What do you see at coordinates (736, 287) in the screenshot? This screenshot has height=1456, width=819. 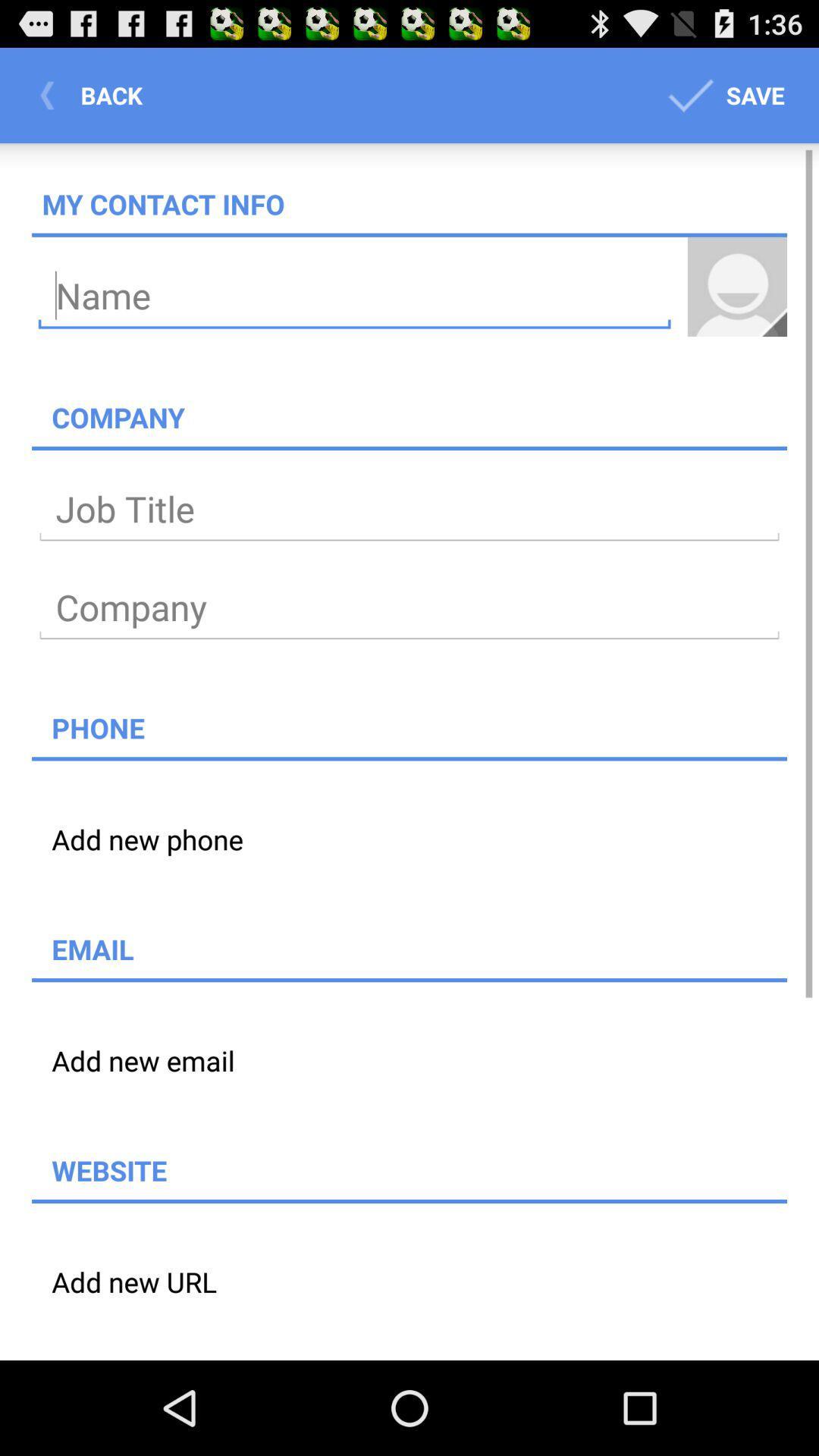 I see `profile` at bounding box center [736, 287].